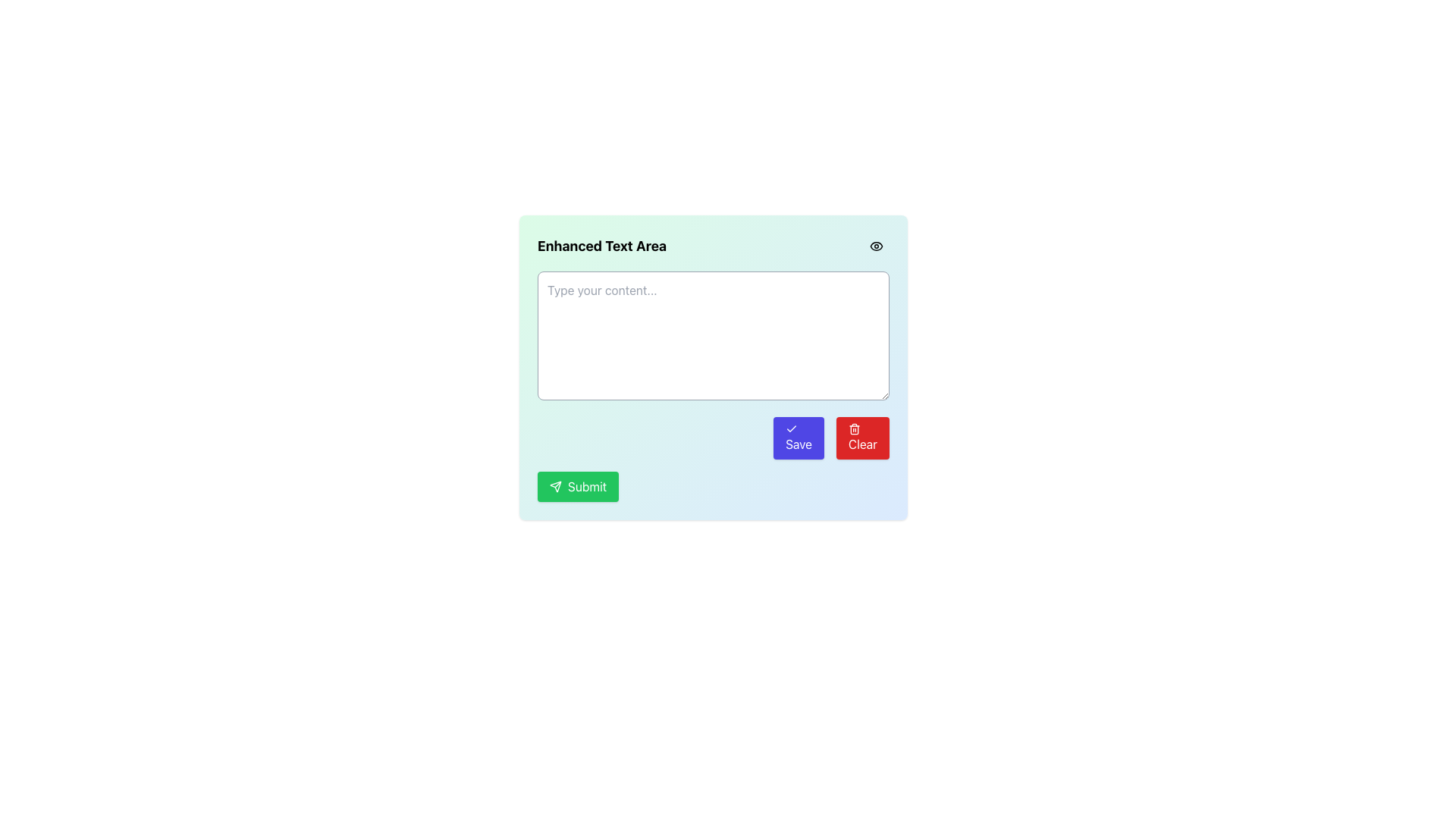 This screenshot has width=1456, height=819. What do you see at coordinates (555, 486) in the screenshot?
I see `the paper plane icon located within the green 'Submit' button at the bottom left of the interface` at bounding box center [555, 486].